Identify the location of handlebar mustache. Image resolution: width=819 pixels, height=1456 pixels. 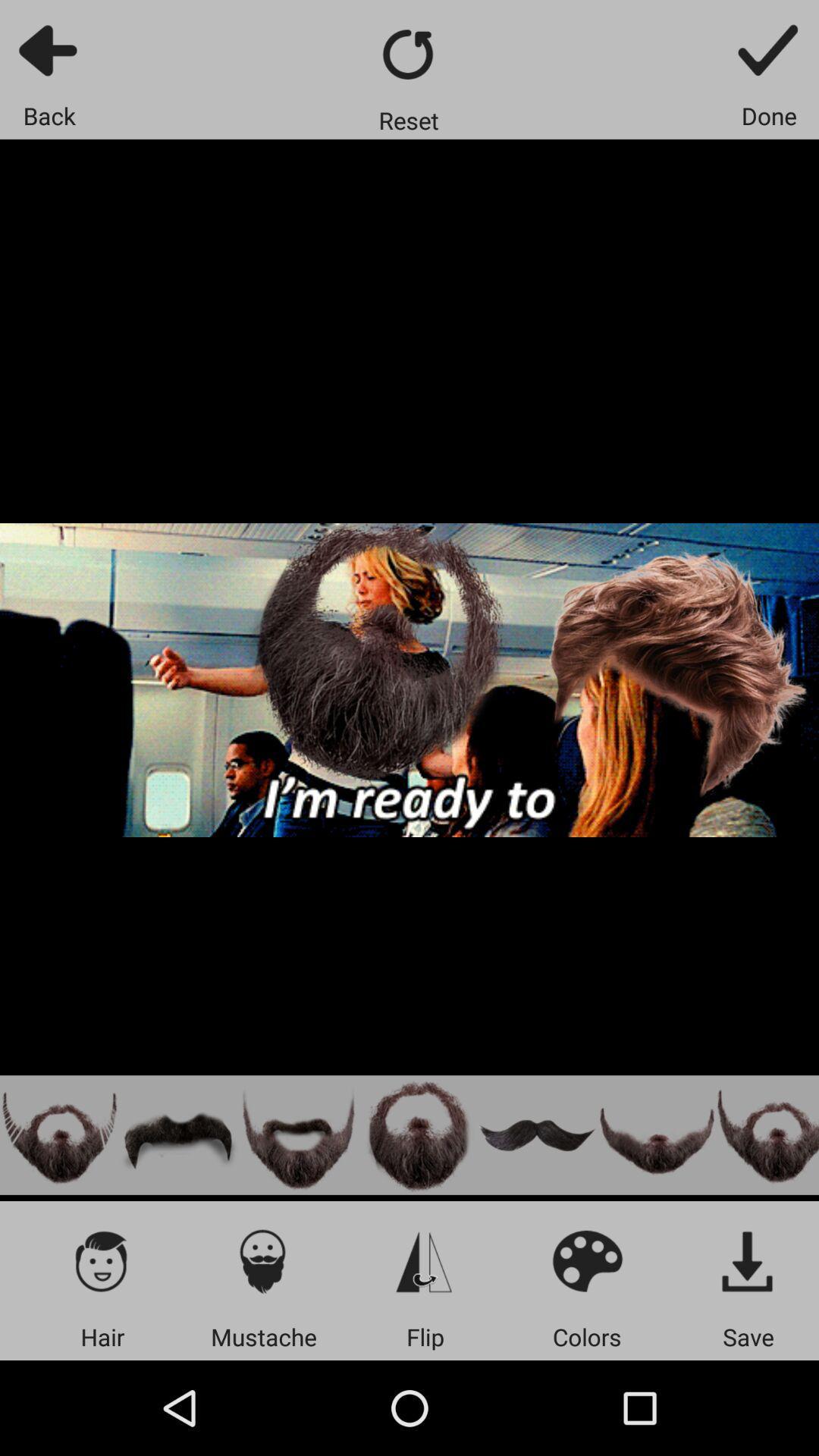
(536, 1135).